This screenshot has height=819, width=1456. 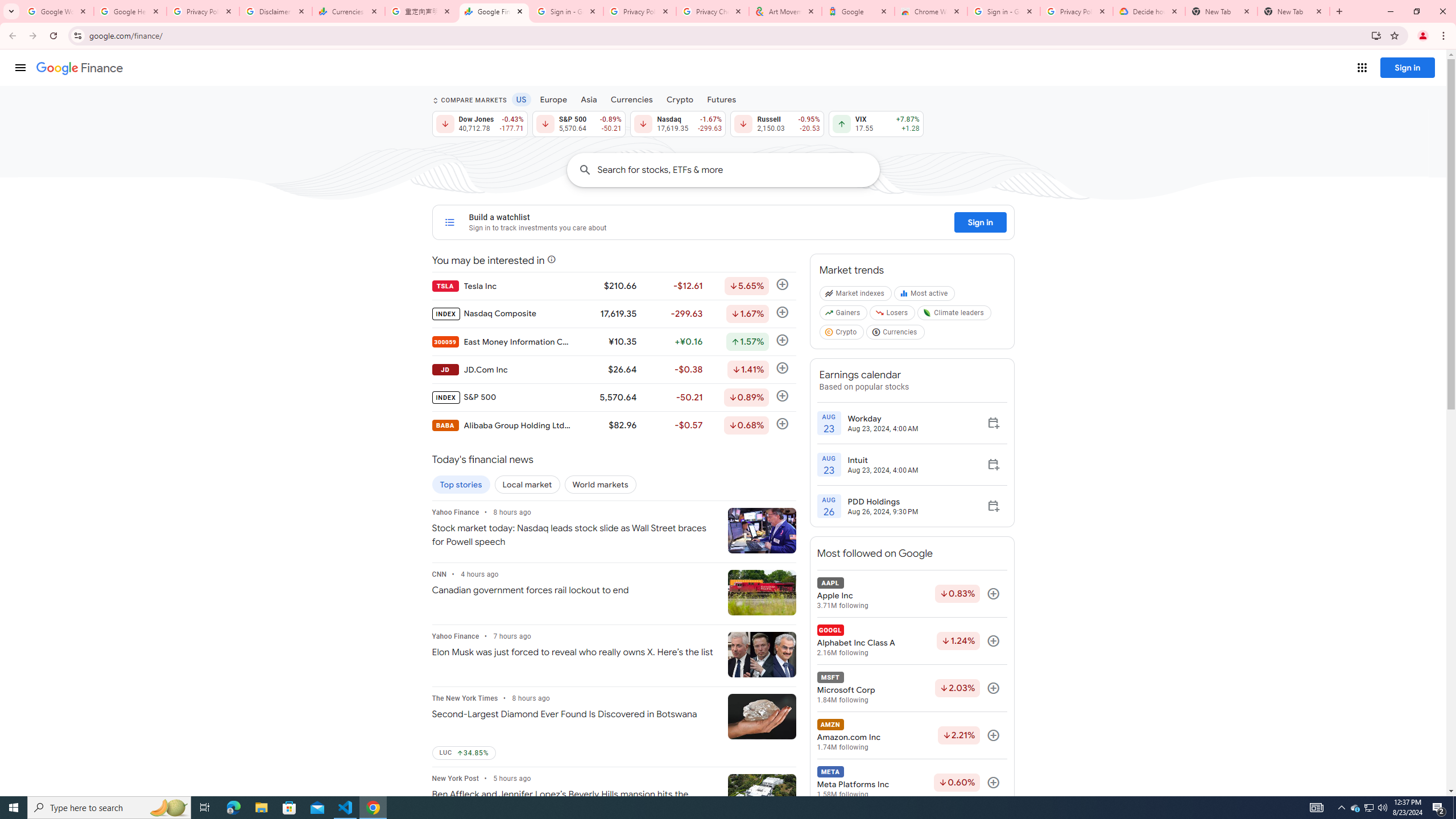 I want to click on 'META Meta Platforms Inc 1.58M following Down by 0.60% Follow', so click(x=911, y=782).